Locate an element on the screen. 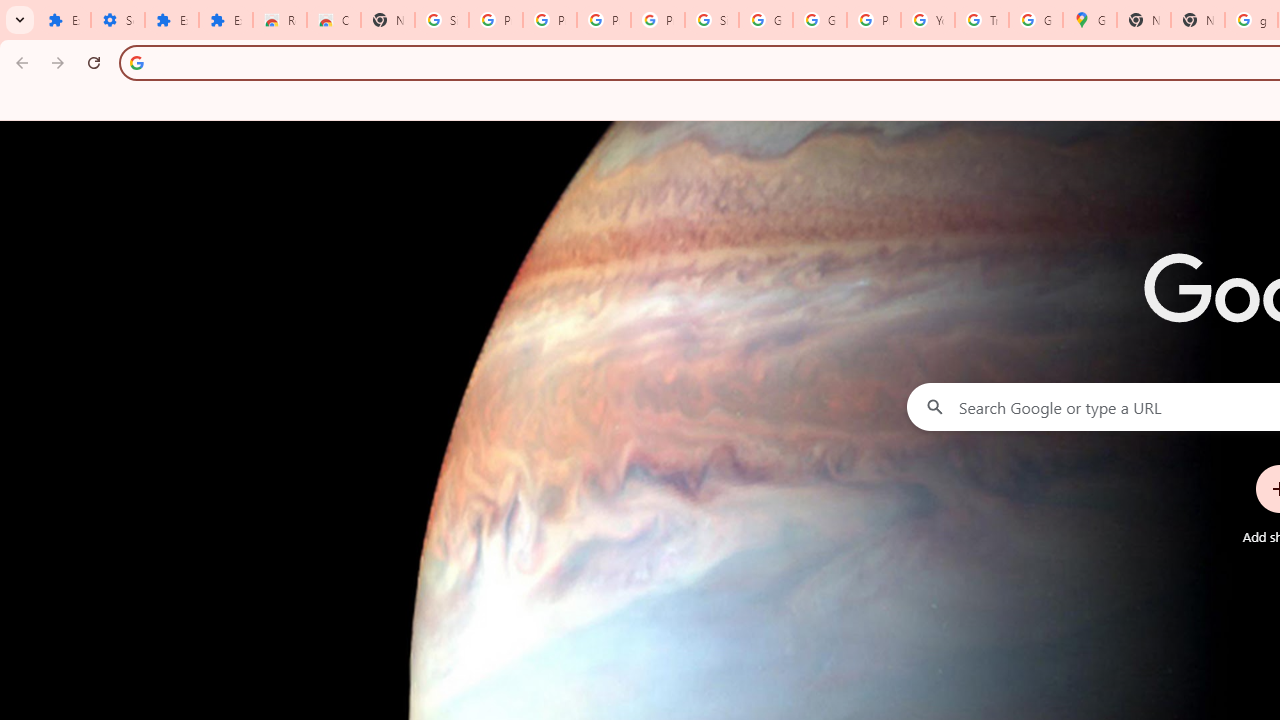 The height and width of the screenshot is (720, 1280). 'Extensions' is located at coordinates (225, 20).